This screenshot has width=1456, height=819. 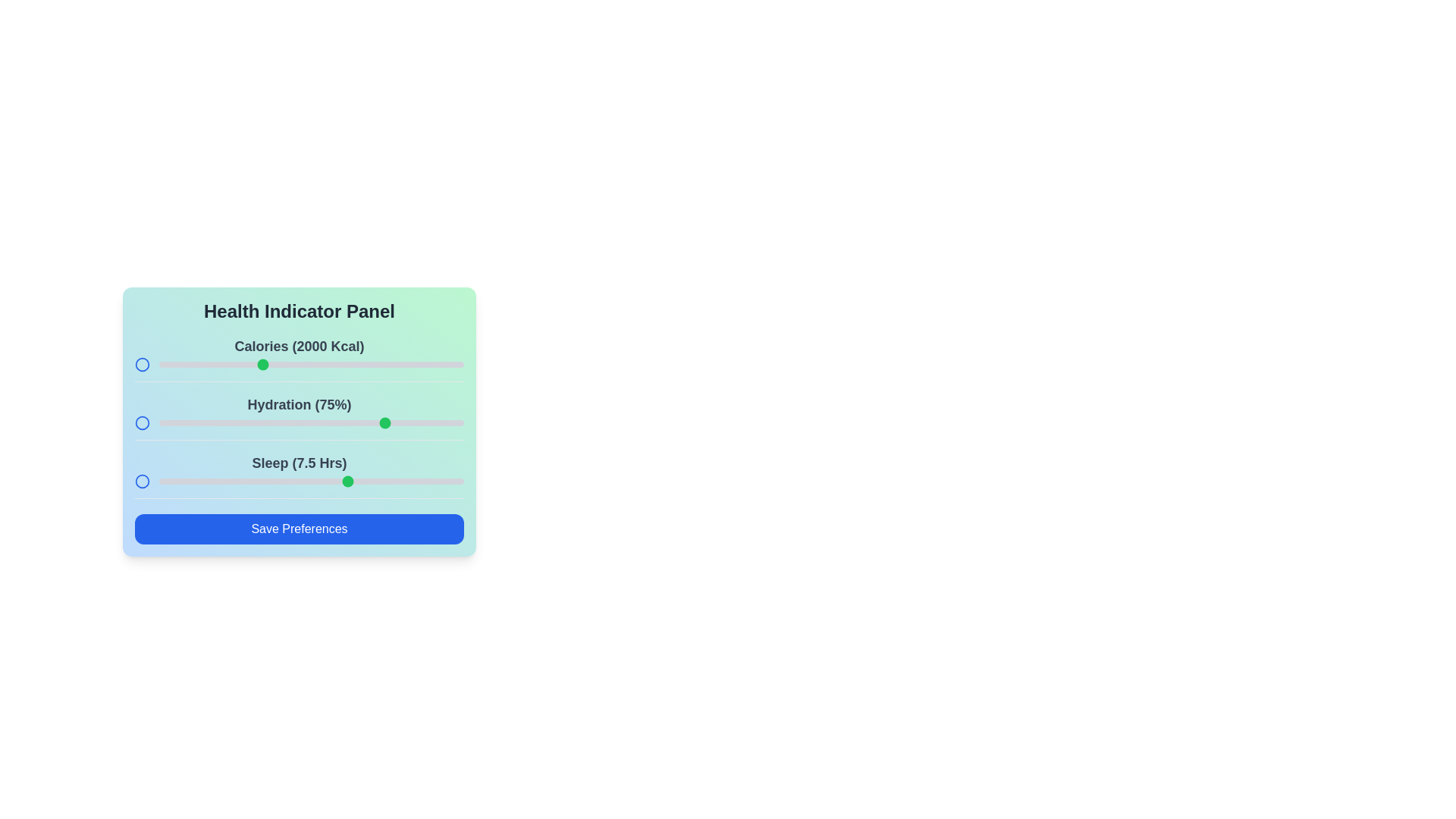 I want to click on the calories slider to 1519 kcal, so click(x=163, y=365).